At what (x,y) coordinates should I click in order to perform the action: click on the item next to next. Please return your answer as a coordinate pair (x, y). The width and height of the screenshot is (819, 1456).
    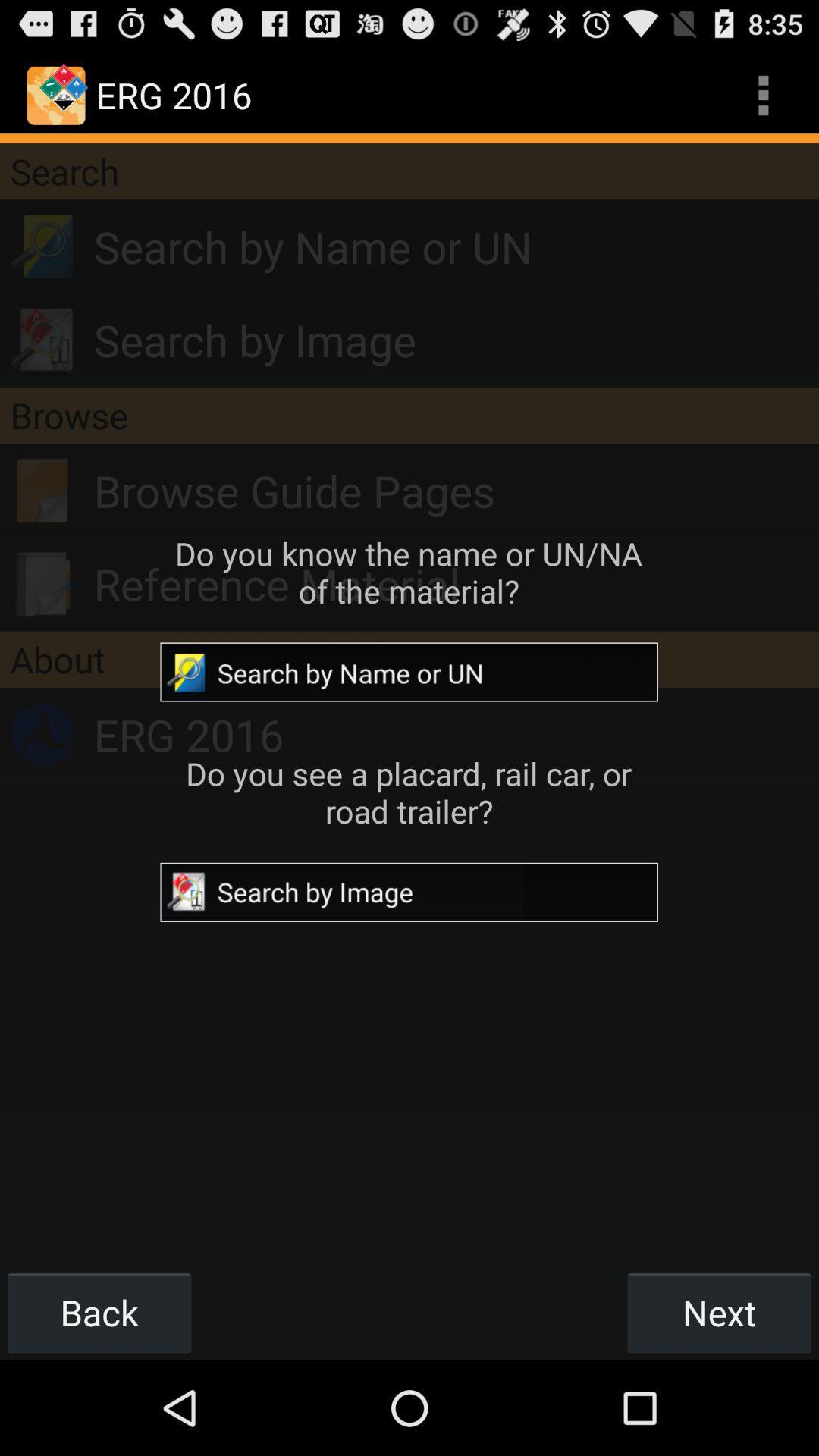
    Looking at the image, I should click on (99, 1312).